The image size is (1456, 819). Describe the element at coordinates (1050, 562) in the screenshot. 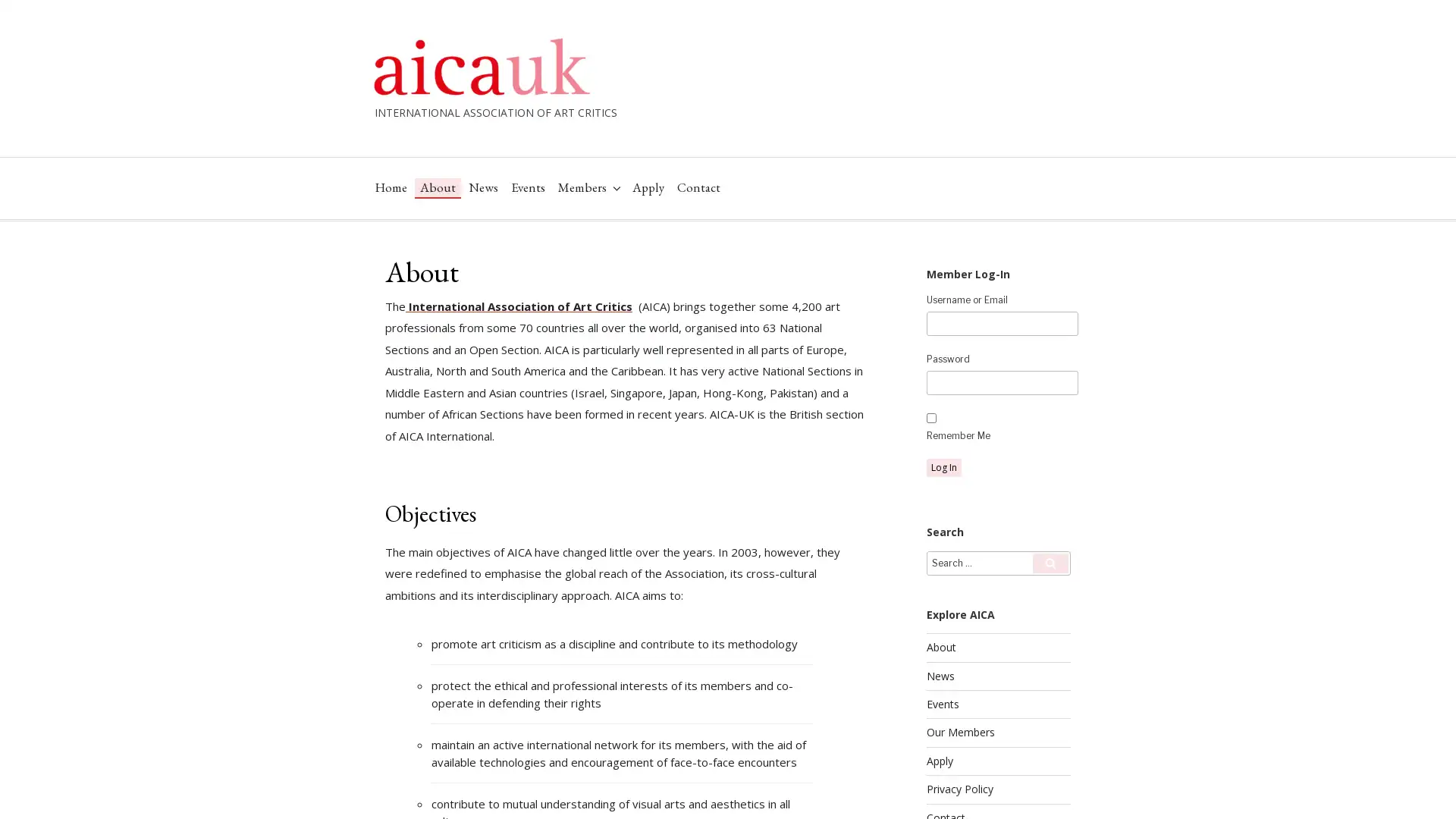

I see `Search` at that location.